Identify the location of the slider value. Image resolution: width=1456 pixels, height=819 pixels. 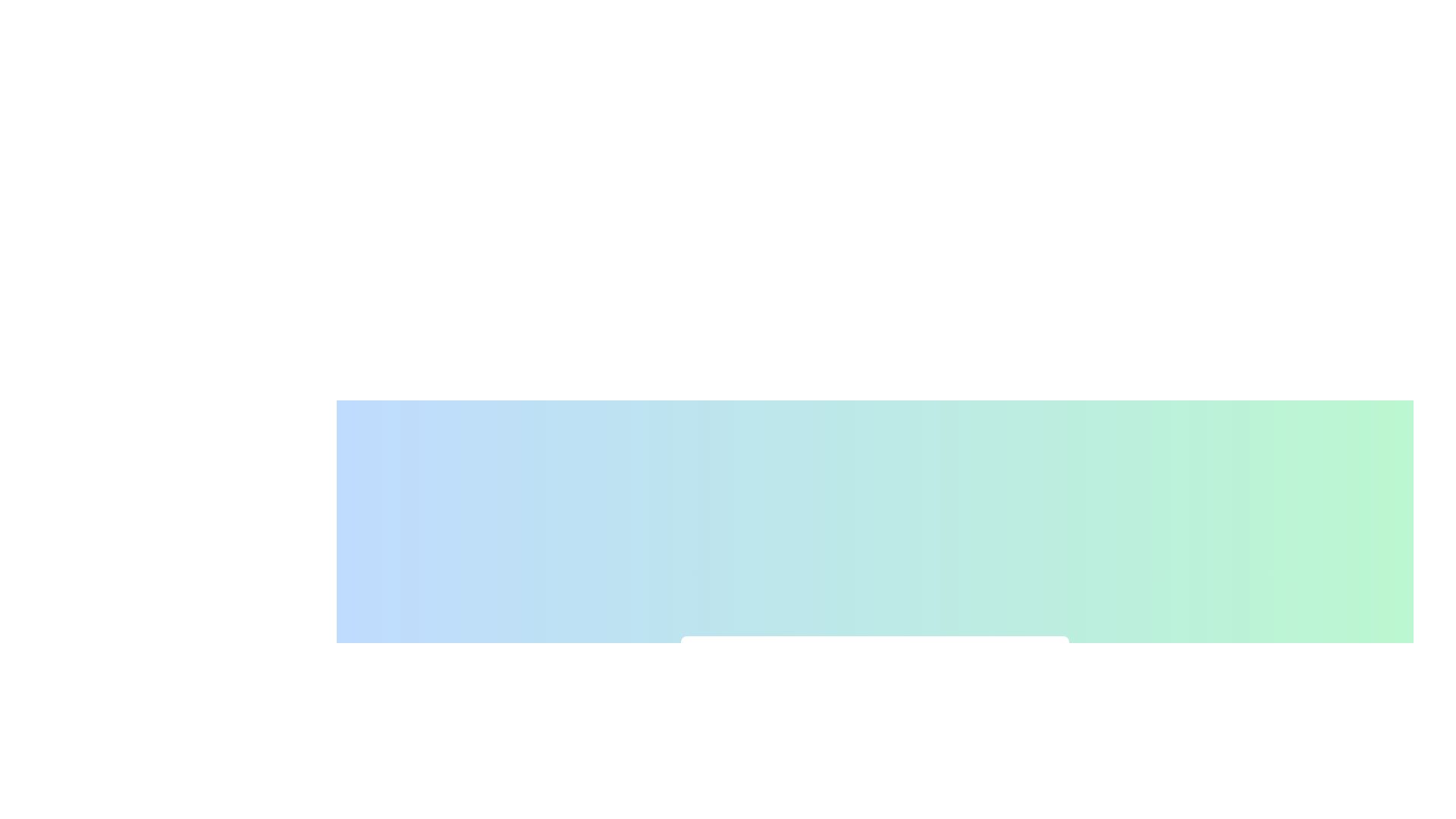
(946, 741).